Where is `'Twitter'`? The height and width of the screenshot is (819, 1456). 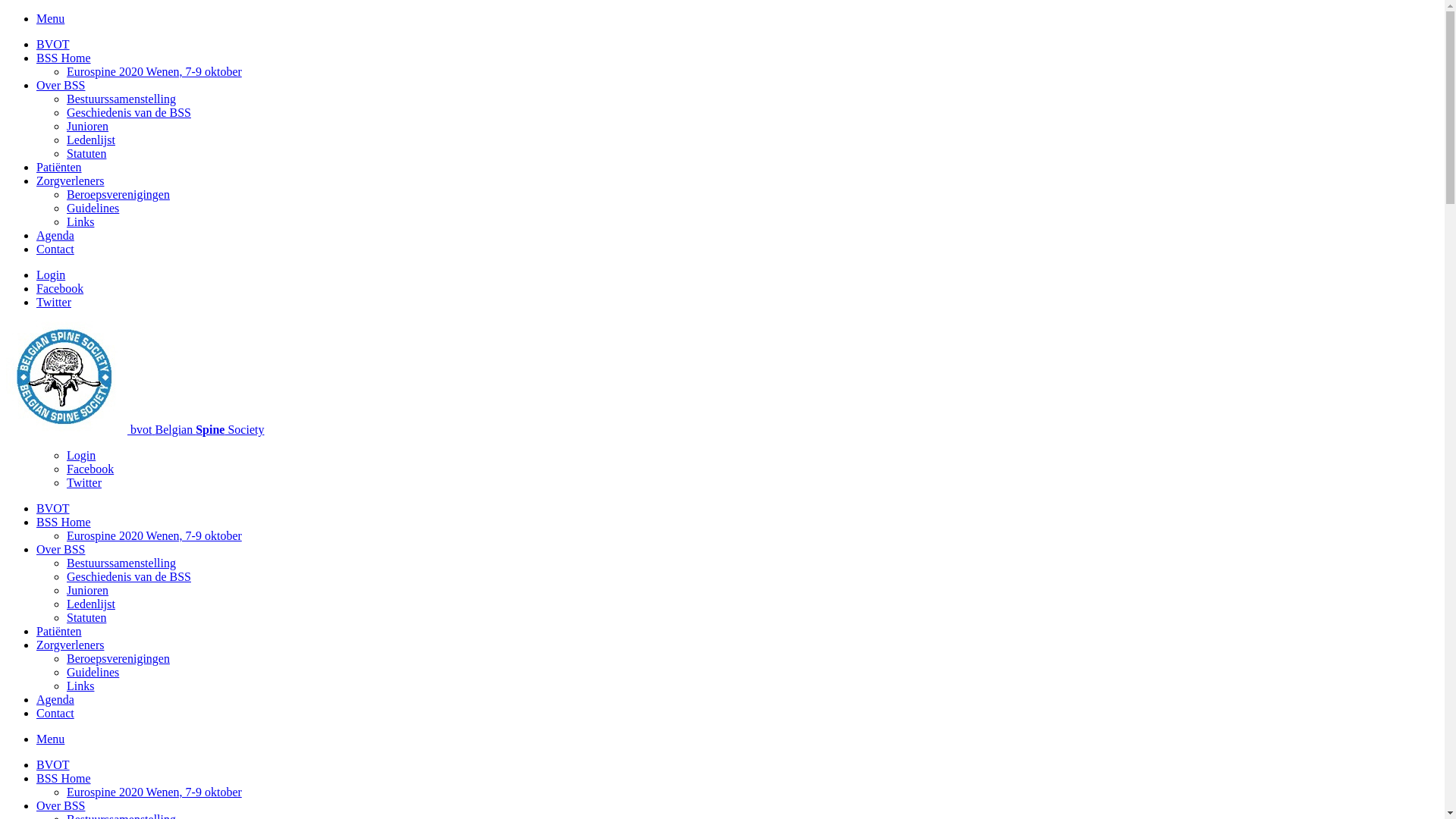
'Twitter' is located at coordinates (54, 302).